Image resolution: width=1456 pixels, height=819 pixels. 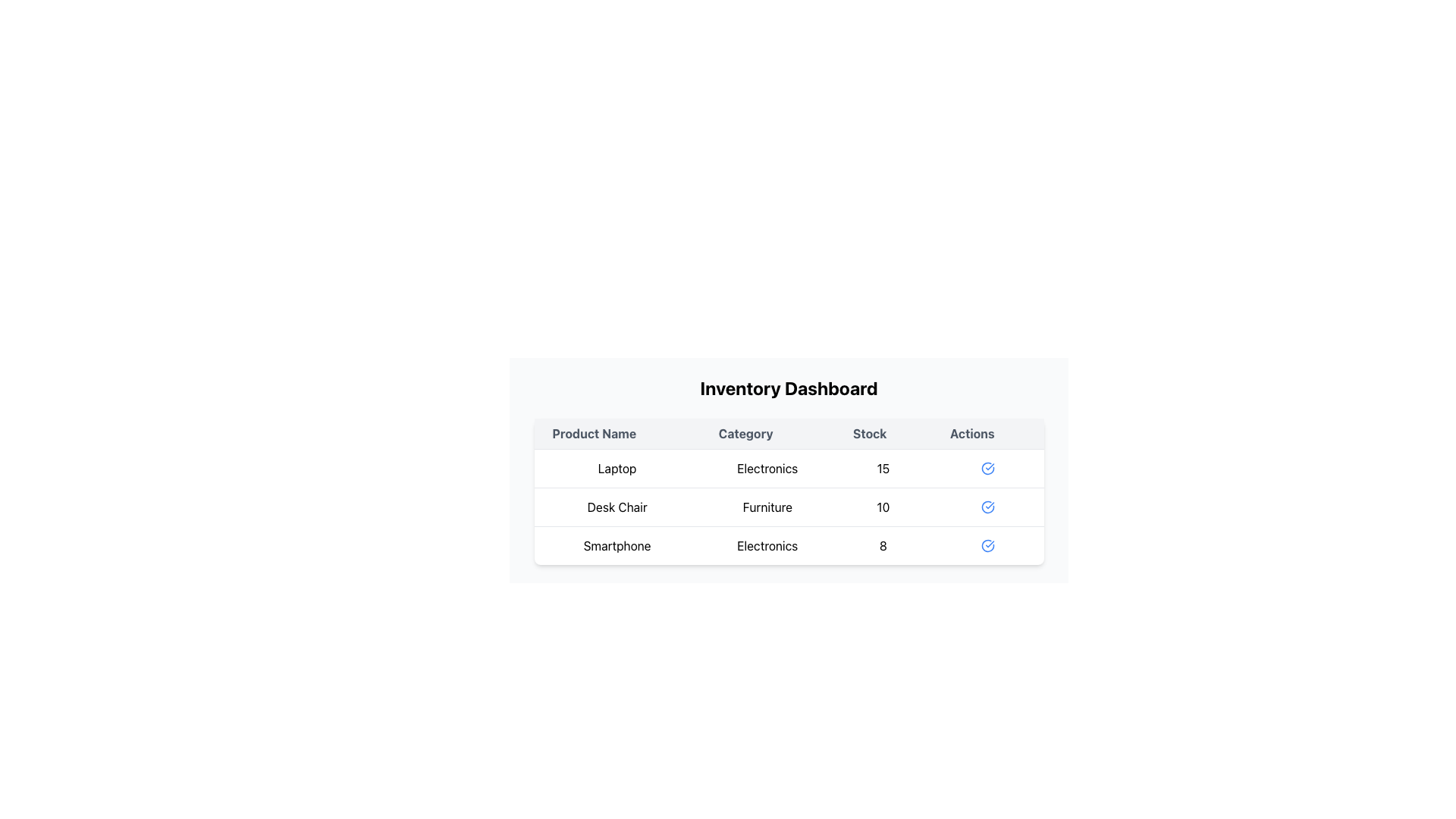 What do you see at coordinates (617, 544) in the screenshot?
I see `the 'Smartphone' text label located in the first column of the third row under the 'Product Name' column in the 'Inventory Dashboard' table` at bounding box center [617, 544].